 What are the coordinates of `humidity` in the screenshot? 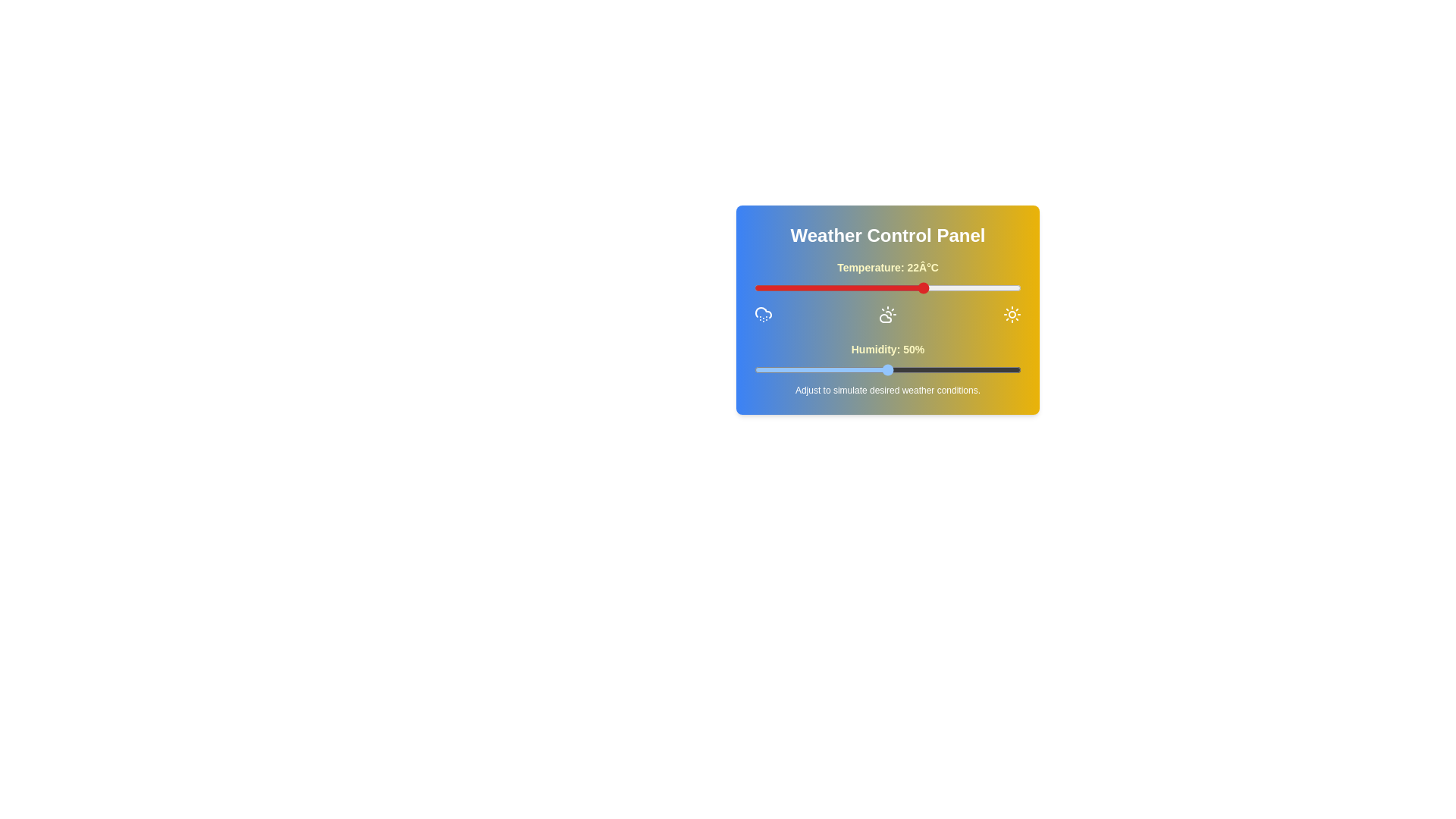 It's located at (992, 370).